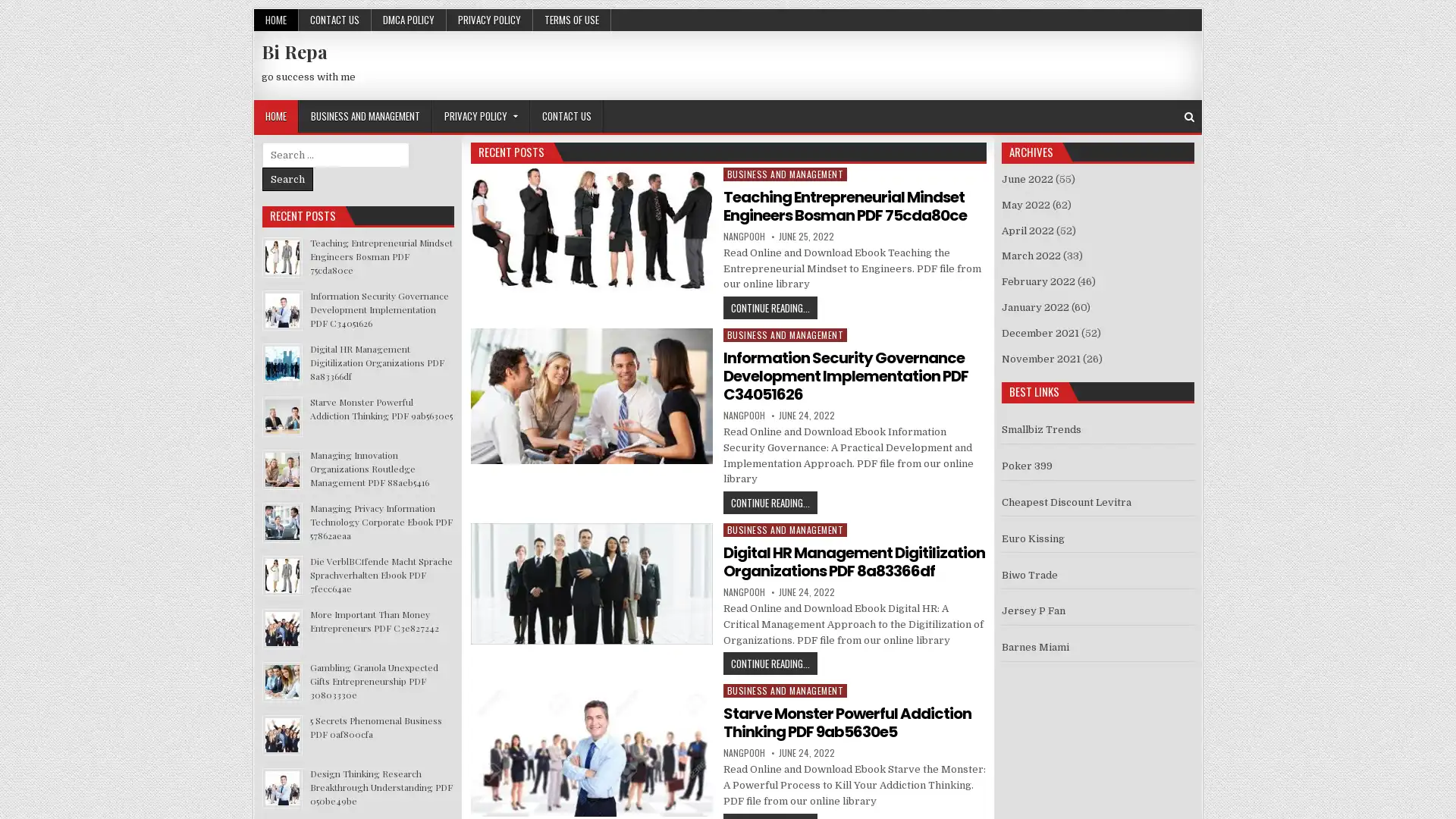  Describe the element at coordinates (287, 178) in the screenshot. I see `Search` at that location.